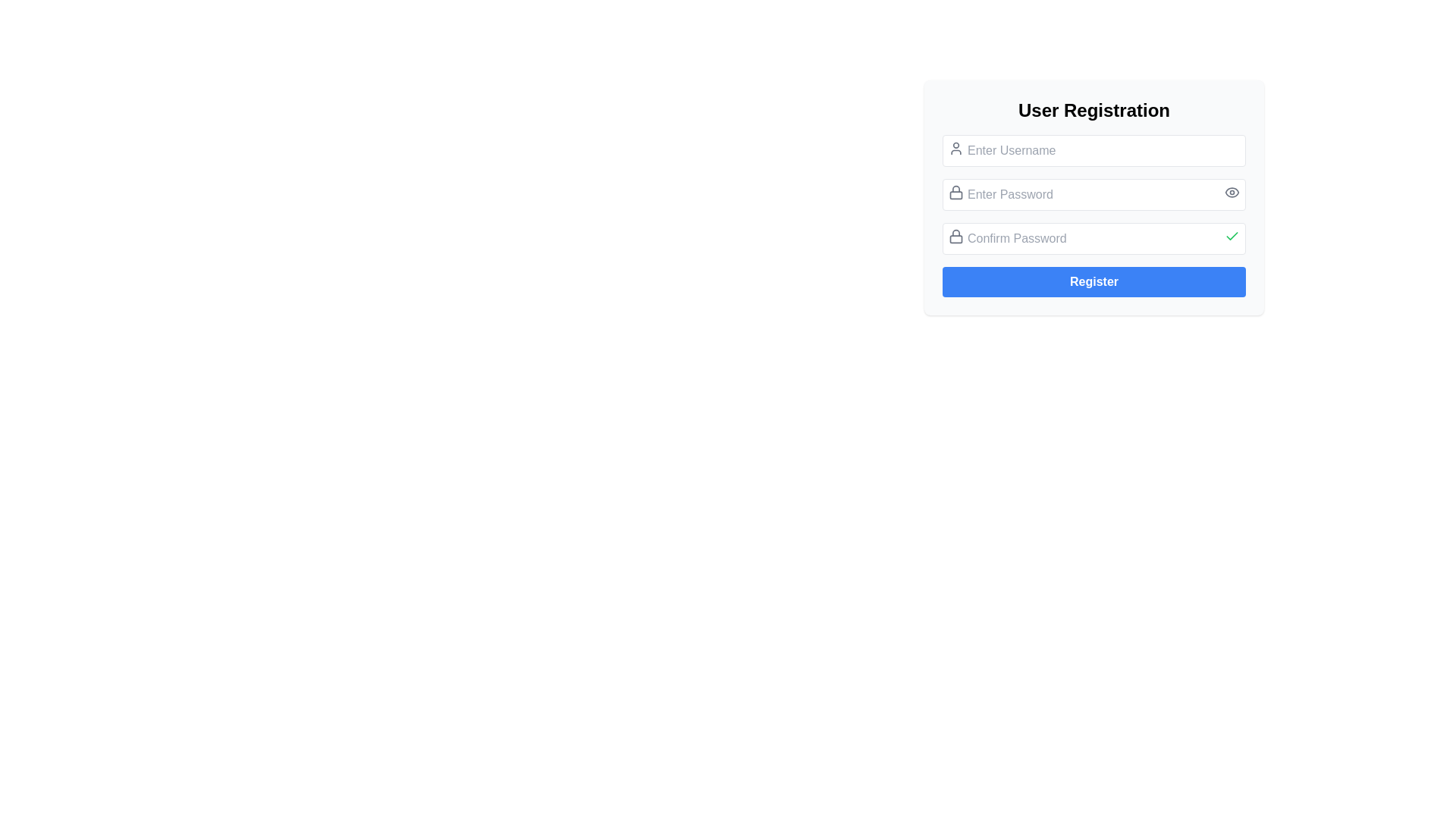  Describe the element at coordinates (1232, 236) in the screenshot. I see `the green checkmark icon located at the top-right corner of the 'Confirm Password' input field in the user registration card interface` at that location.